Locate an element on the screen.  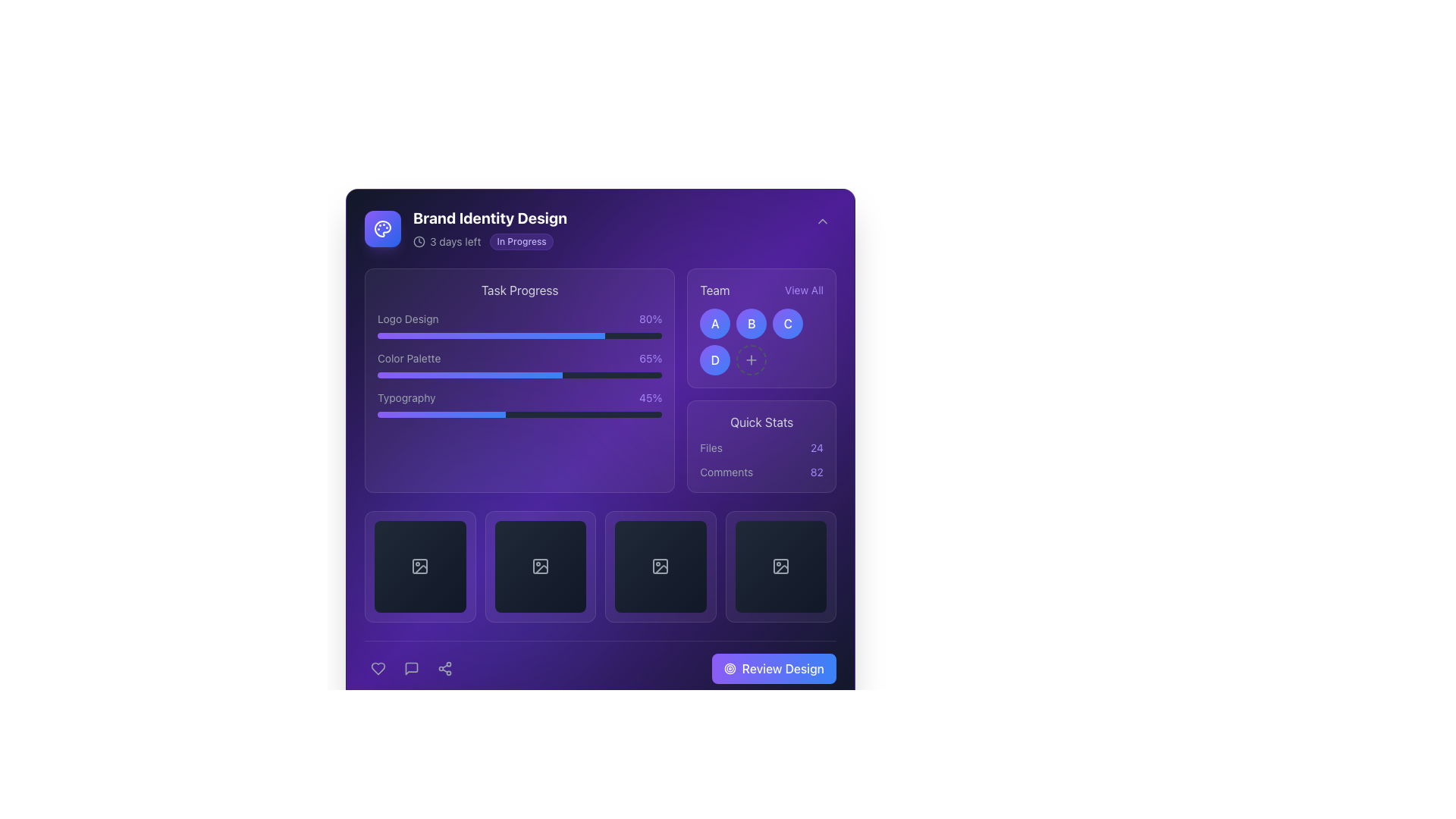
the Decorative Icon, a circular palette representing paint or color options, located in the top-right quadrant of the interface within the 'Team' section is located at coordinates (382, 228).